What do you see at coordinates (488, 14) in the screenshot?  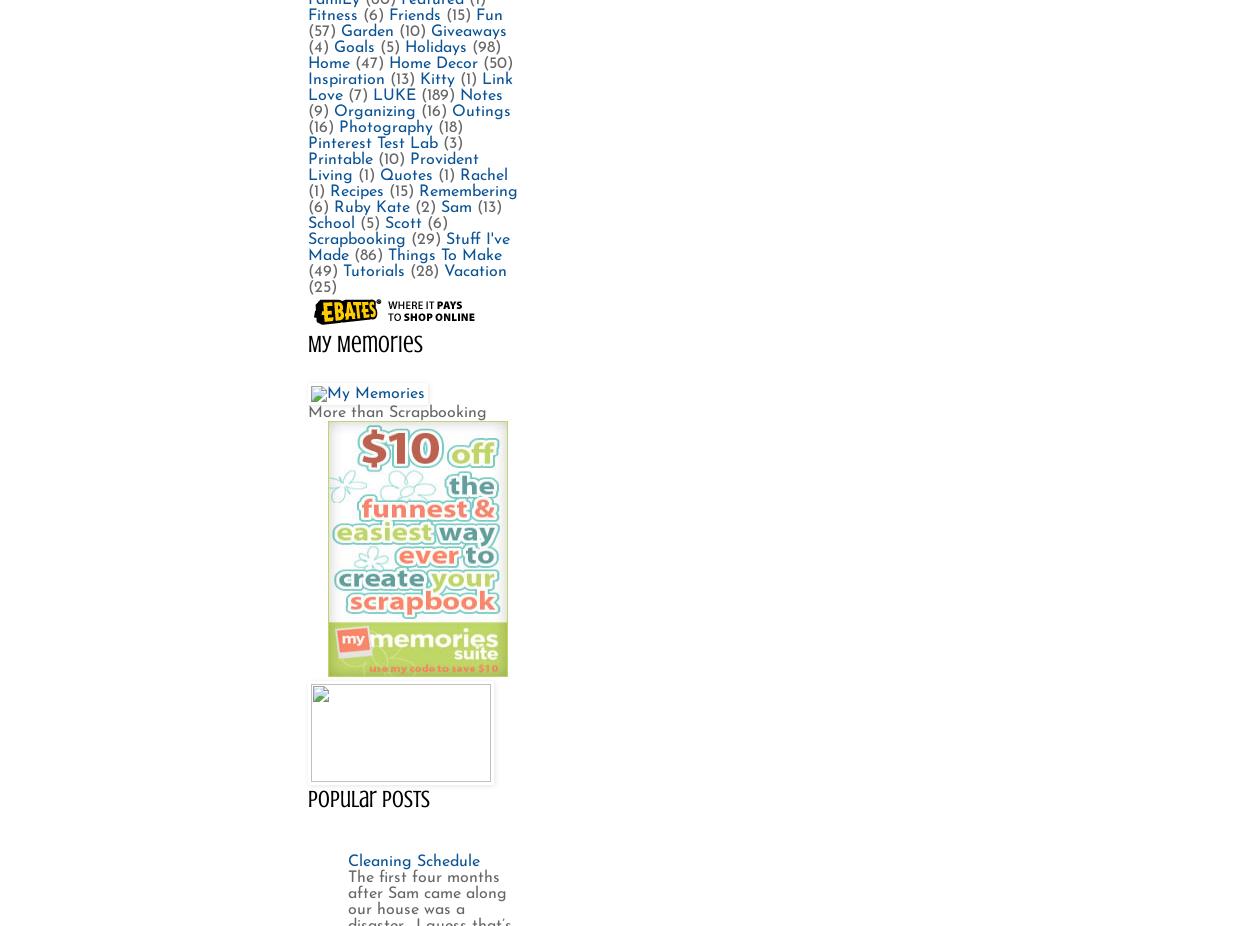 I see `'Fun'` at bounding box center [488, 14].